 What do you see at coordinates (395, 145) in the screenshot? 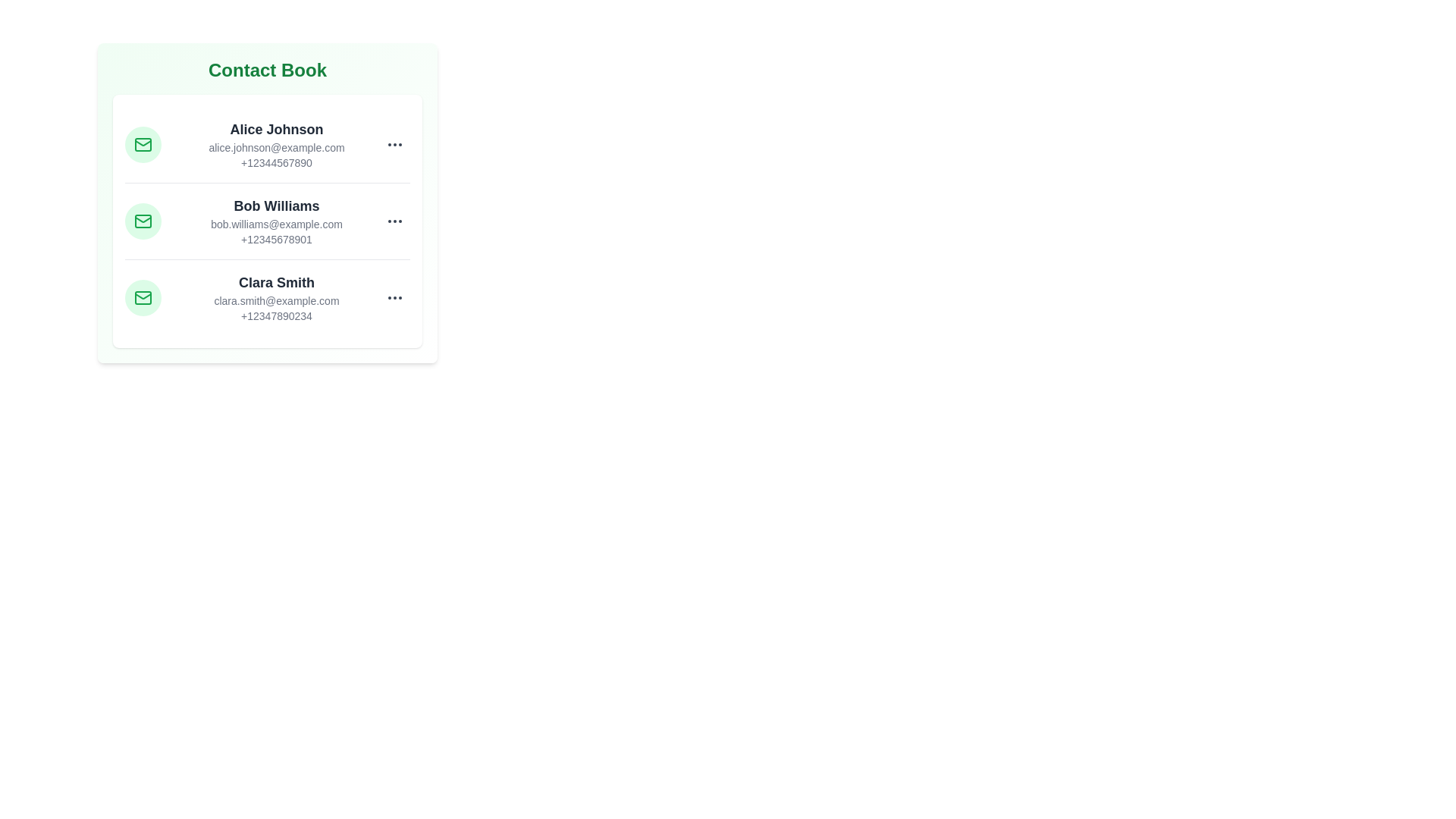
I see `'More' button for the contact Alice Johnson` at bounding box center [395, 145].